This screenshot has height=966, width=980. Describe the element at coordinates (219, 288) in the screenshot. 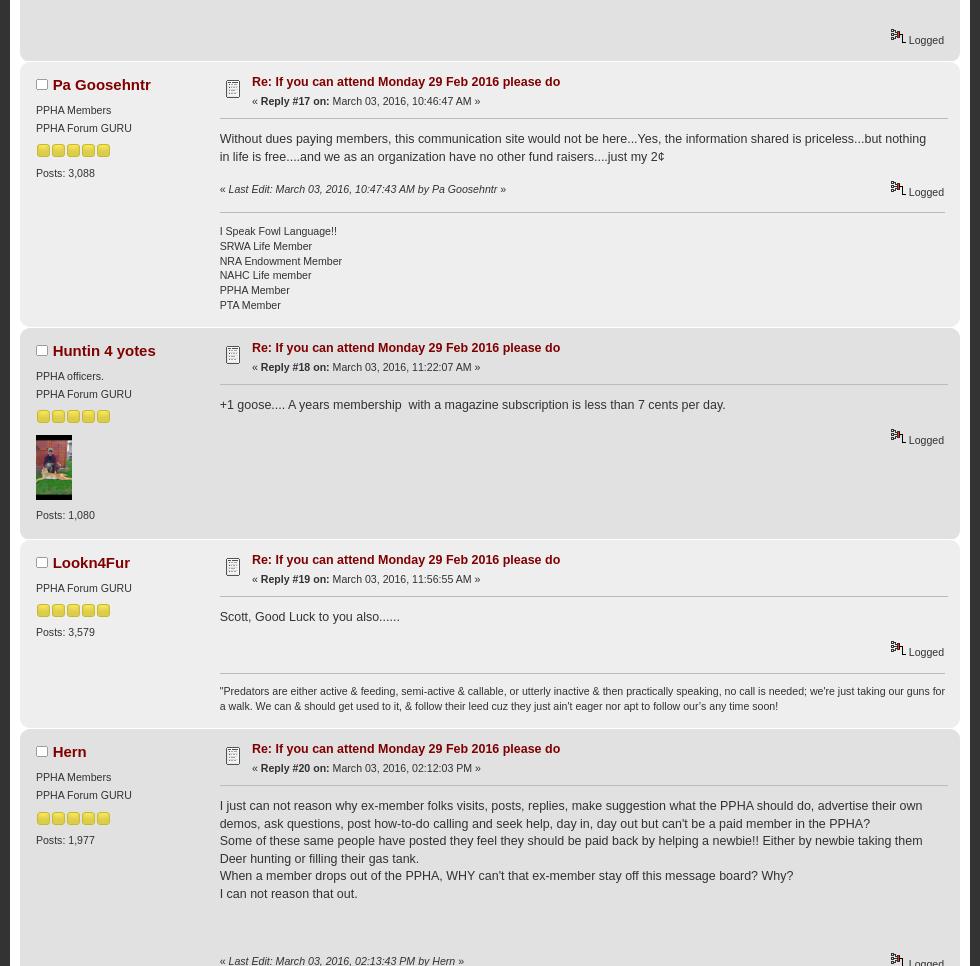

I see `'PPHA Member'` at that location.